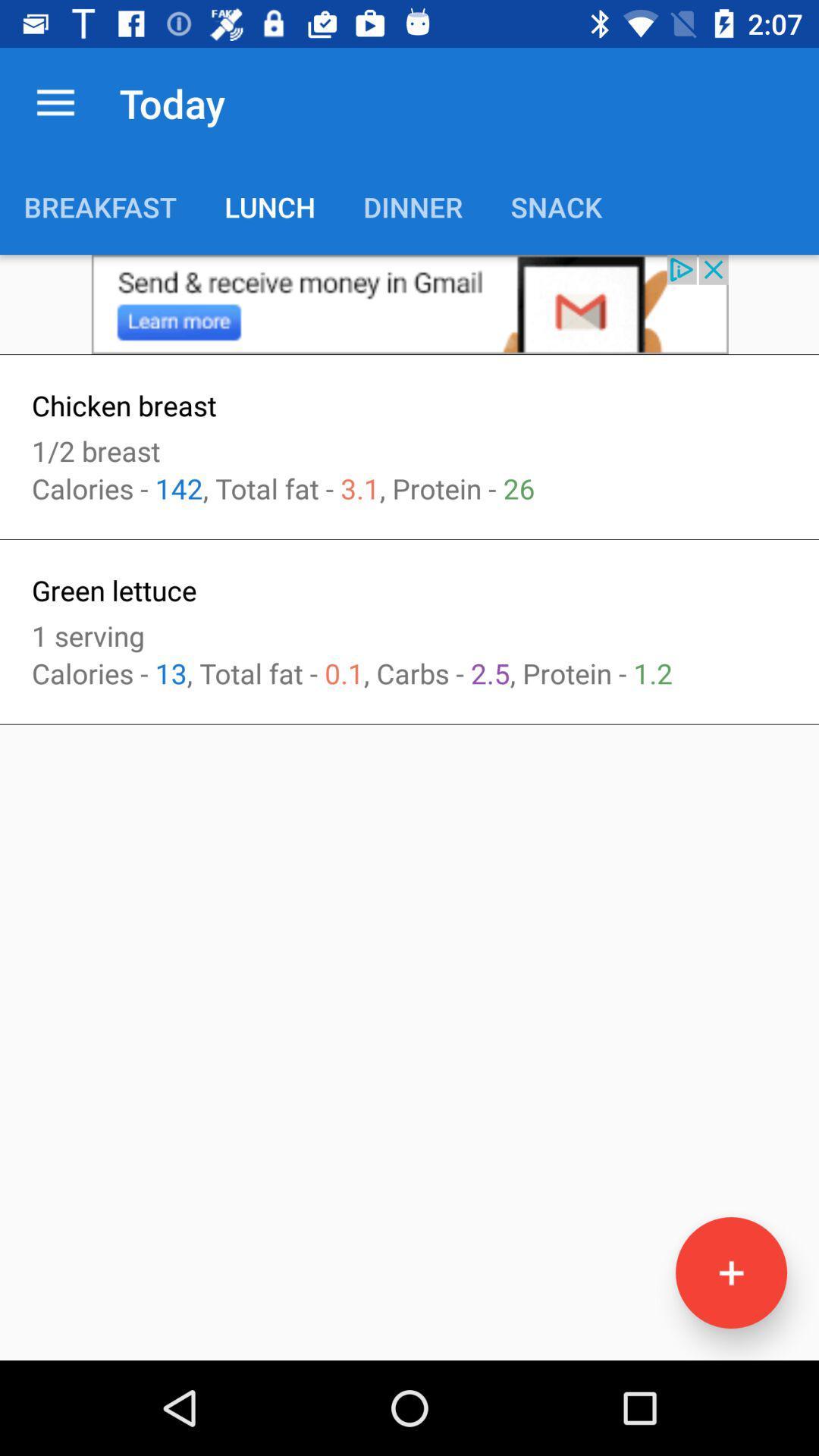 The width and height of the screenshot is (819, 1456). I want to click on the add icon, so click(730, 1272).